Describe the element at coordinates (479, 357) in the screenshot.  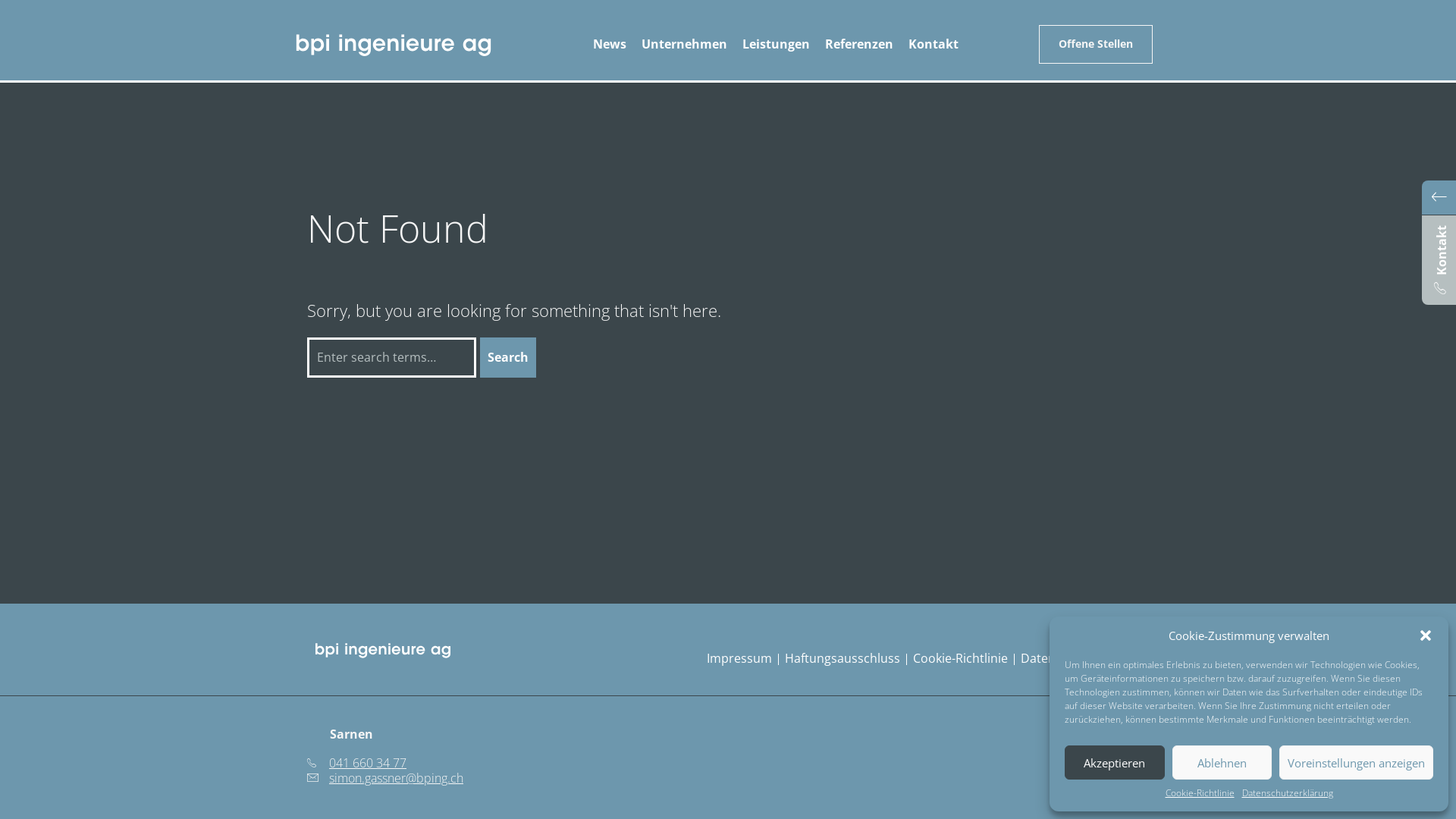
I see `'Search'` at that location.